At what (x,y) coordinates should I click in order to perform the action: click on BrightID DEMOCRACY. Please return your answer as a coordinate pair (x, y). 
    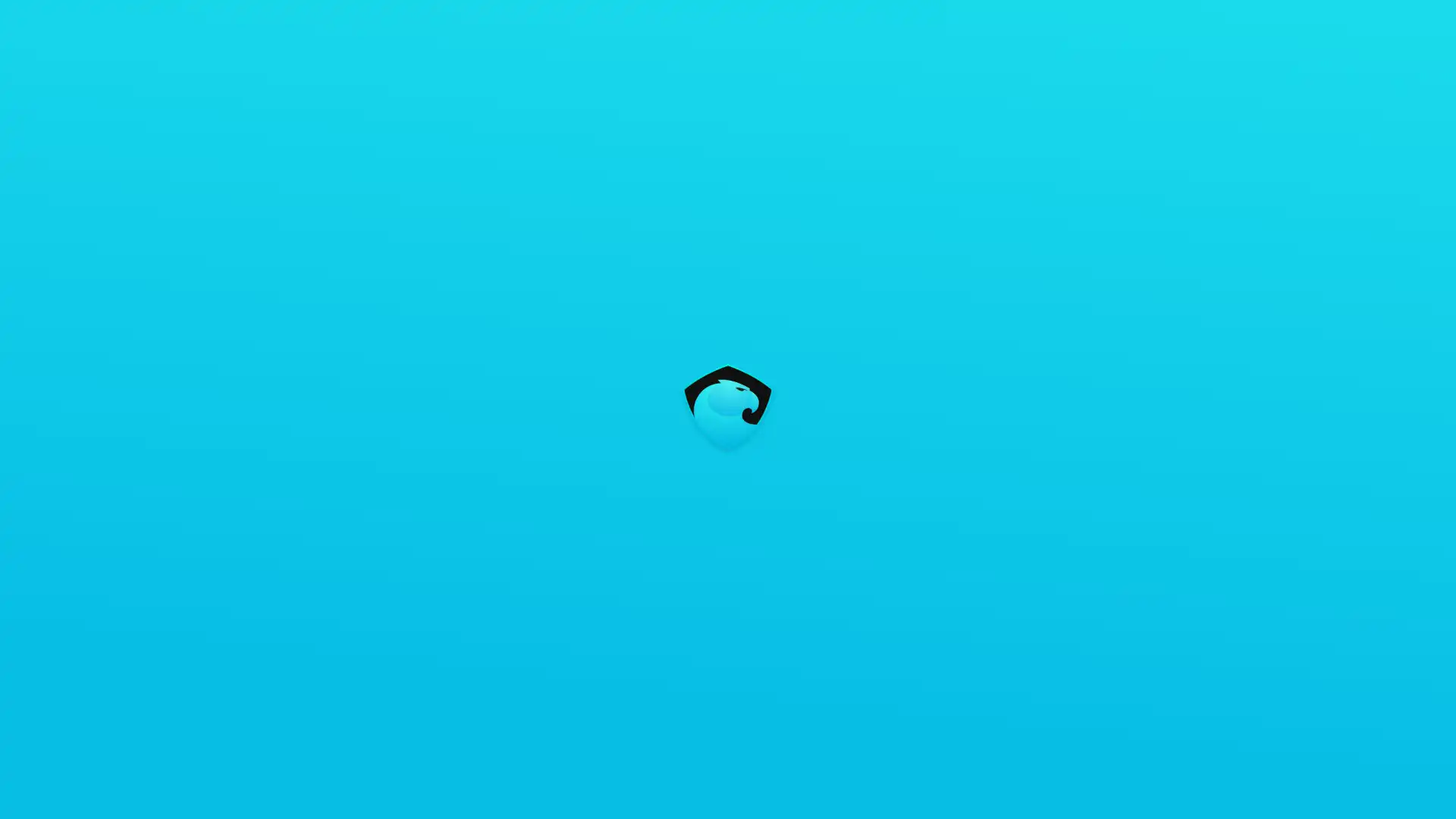
    Looking at the image, I should click on (930, 402).